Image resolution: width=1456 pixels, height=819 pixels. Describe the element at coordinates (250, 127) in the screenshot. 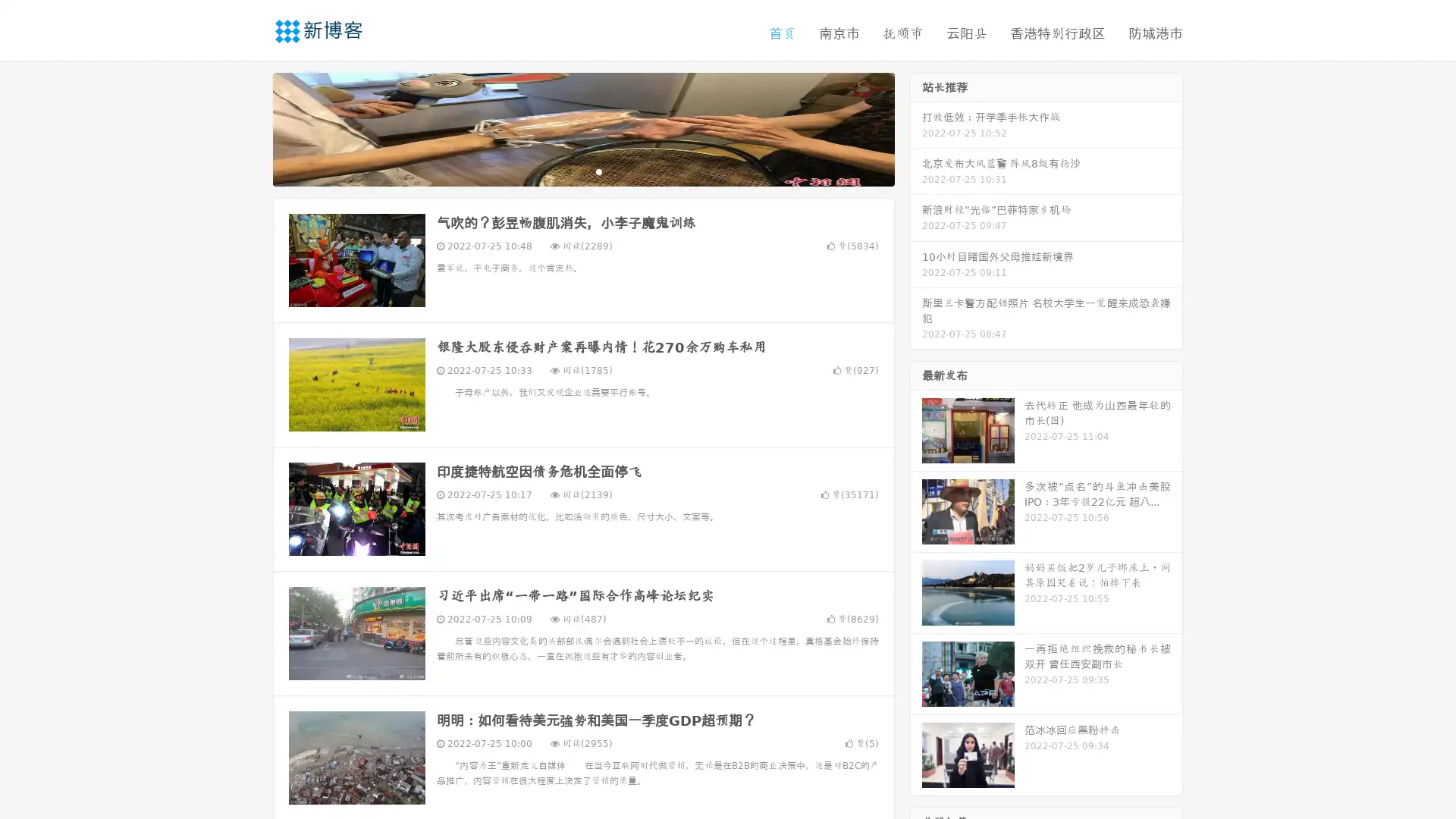

I see `Previous slide` at that location.